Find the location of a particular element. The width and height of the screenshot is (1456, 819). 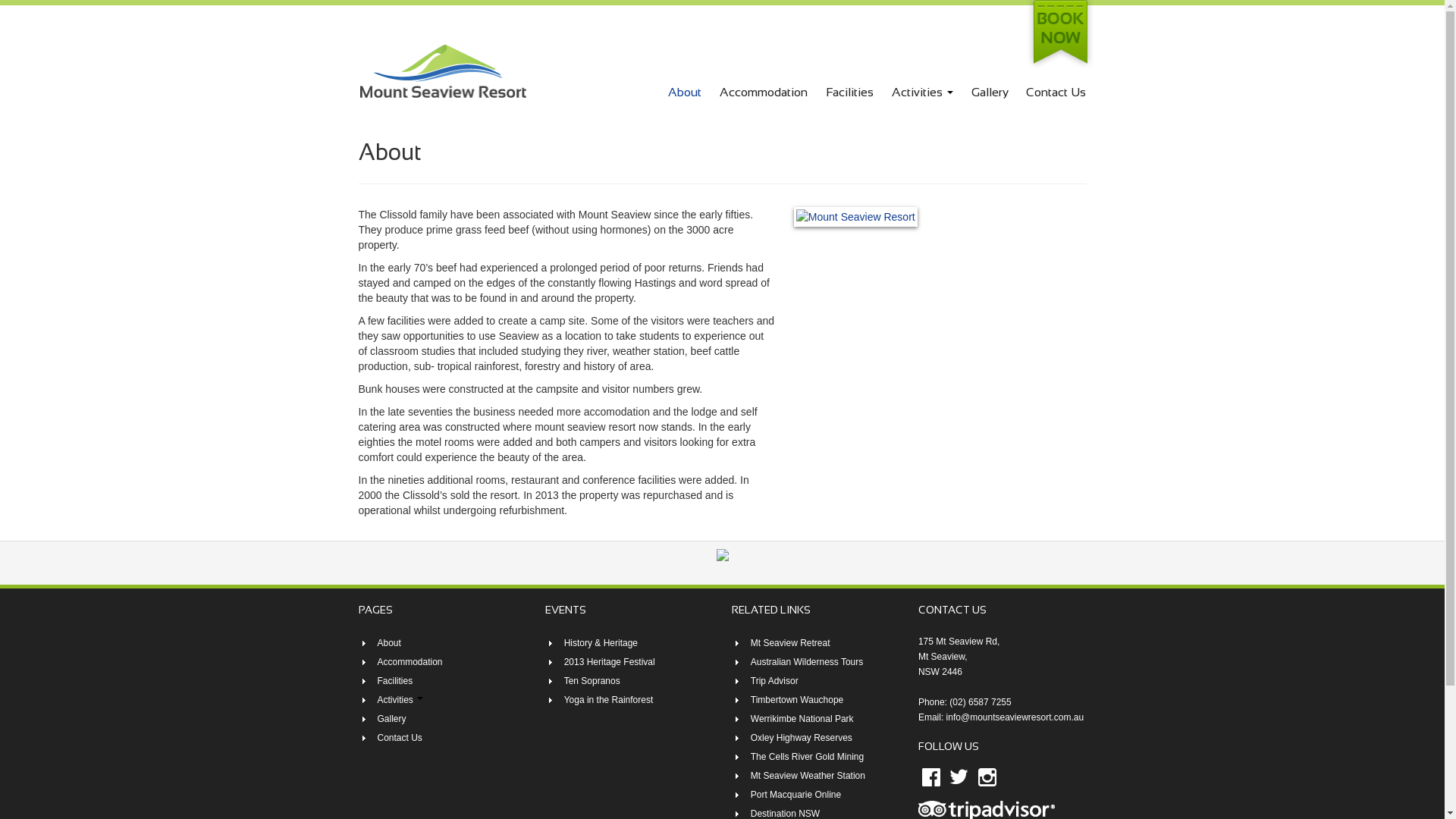

'Mount Seaview Resort' is located at coordinates (356, 70).